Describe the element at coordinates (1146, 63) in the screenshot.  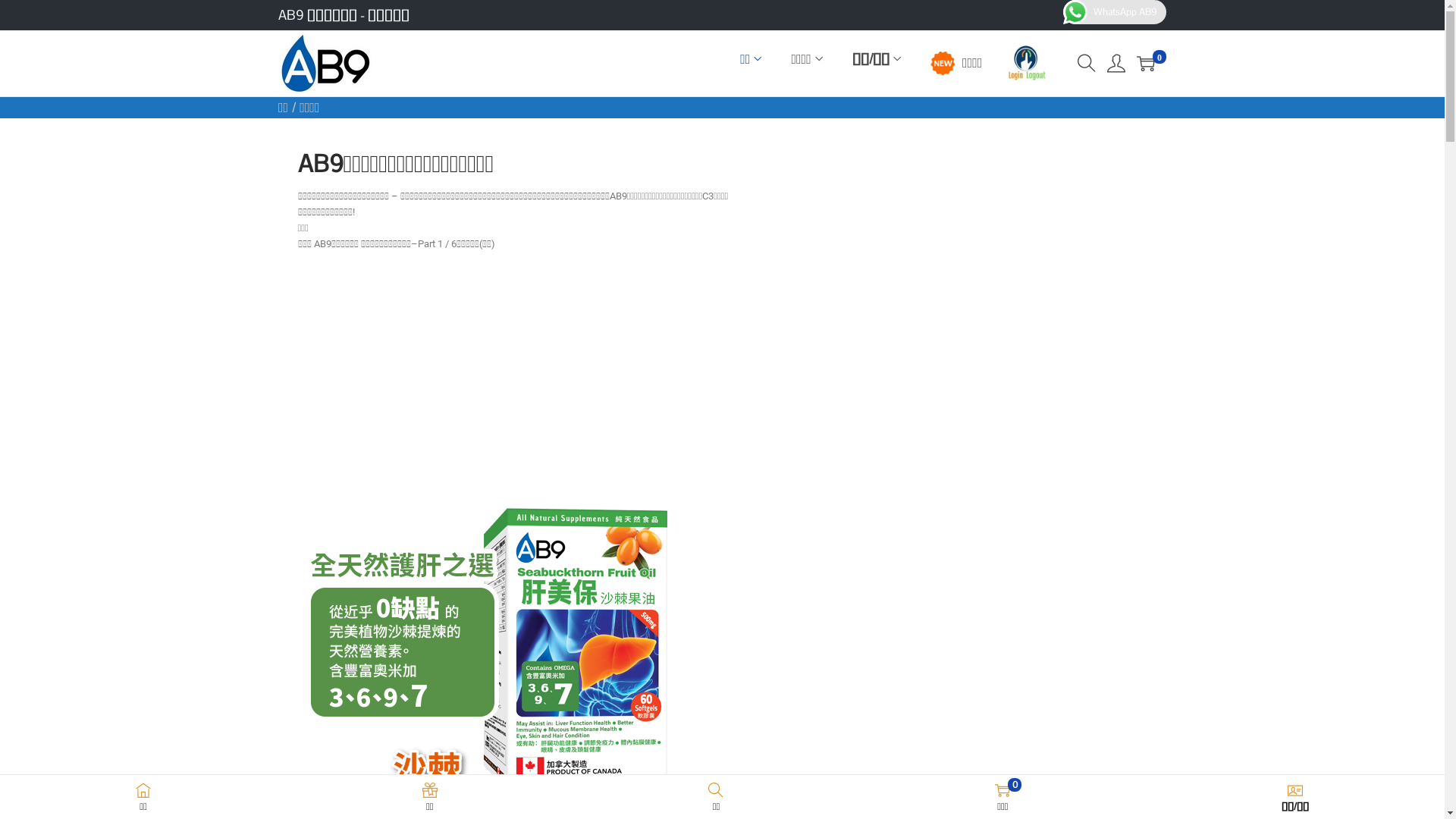
I see `'0'` at that location.